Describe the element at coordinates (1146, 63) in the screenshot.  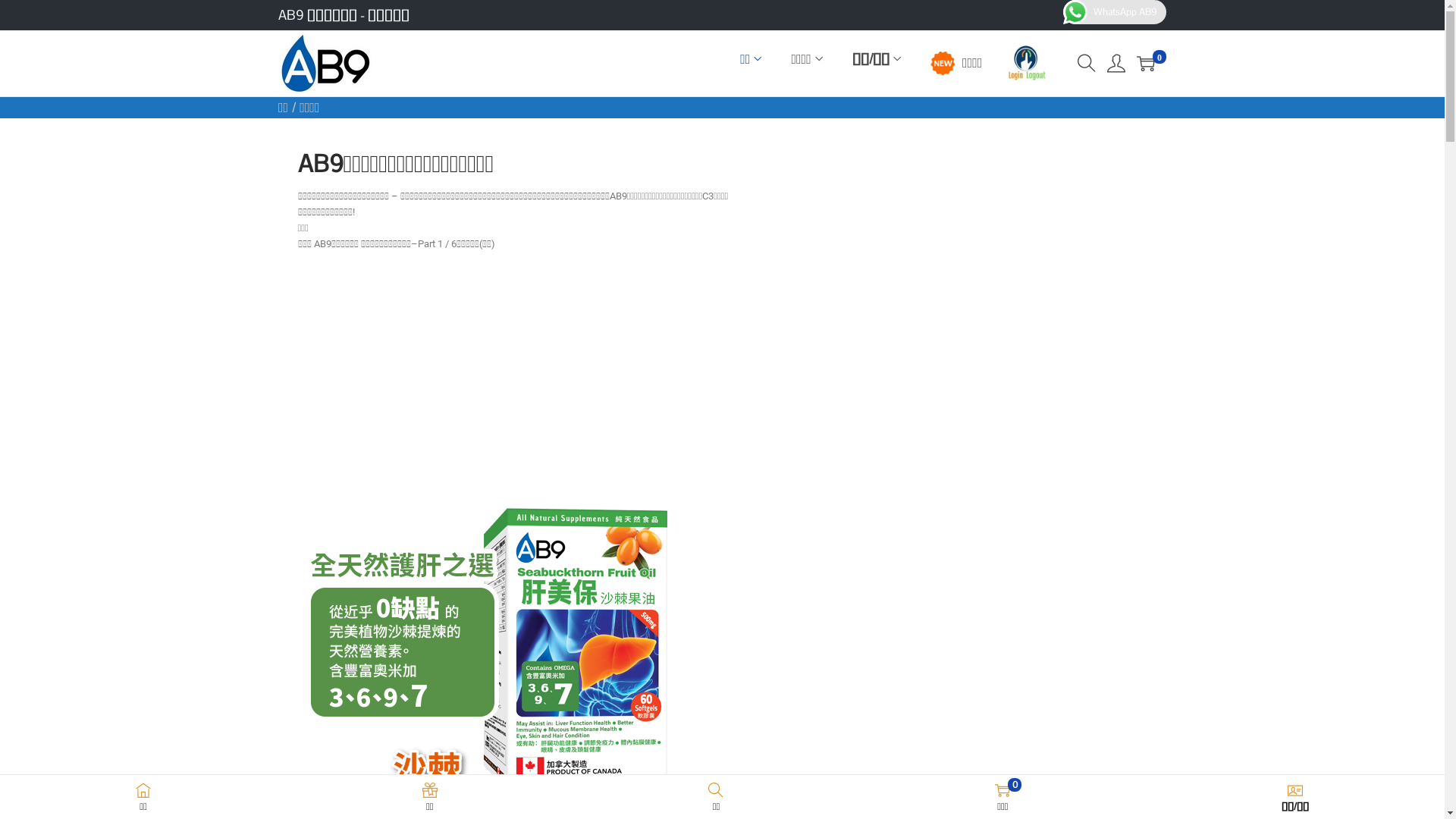
I see `'0'` at that location.